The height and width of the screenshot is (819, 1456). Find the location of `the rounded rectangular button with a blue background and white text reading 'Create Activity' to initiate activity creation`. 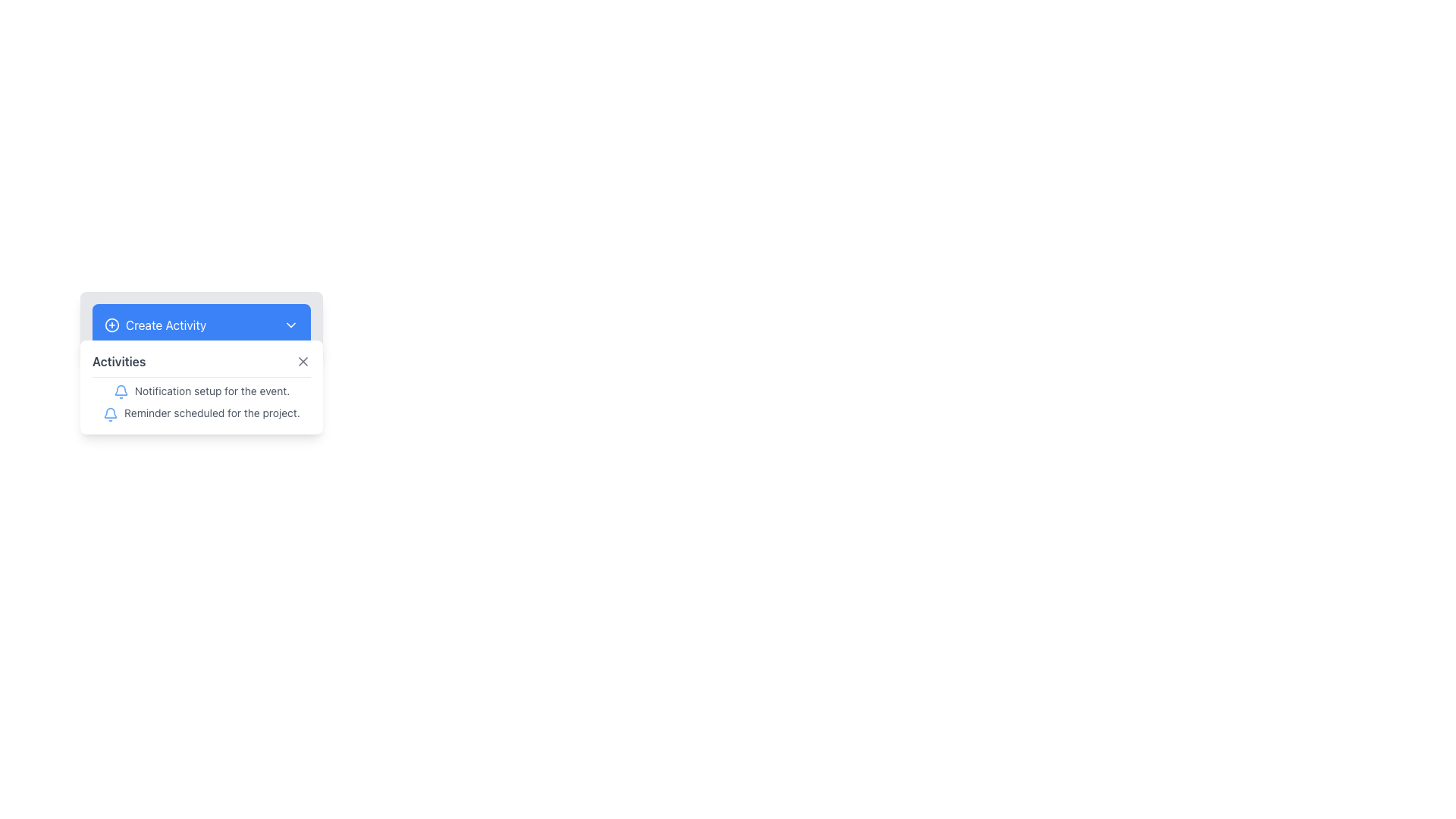

the rounded rectangular button with a blue background and white text reading 'Create Activity' to initiate activity creation is located at coordinates (200, 324).